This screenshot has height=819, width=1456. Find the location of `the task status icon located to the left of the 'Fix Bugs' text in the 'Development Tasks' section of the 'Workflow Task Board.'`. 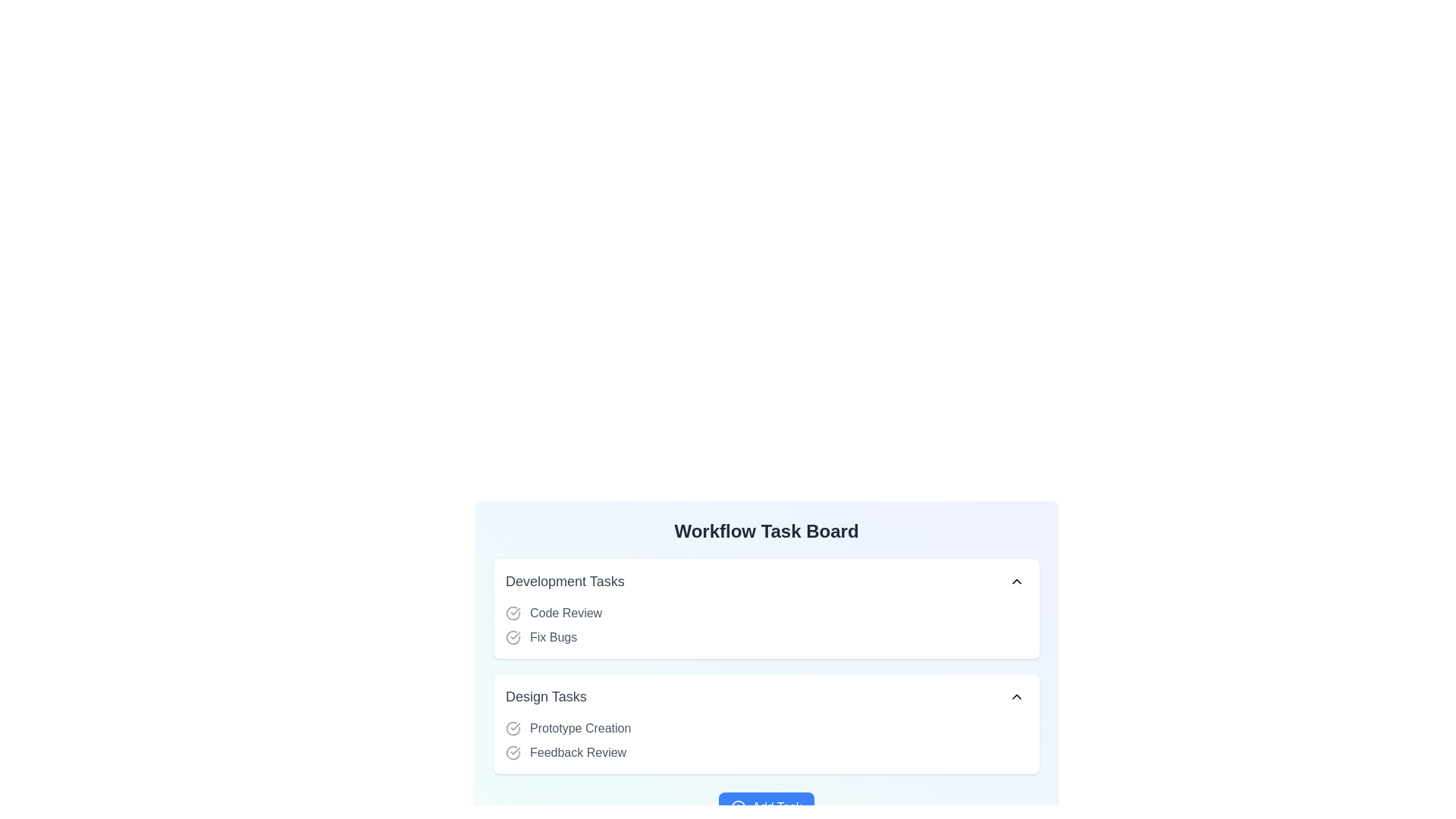

the task status icon located to the left of the 'Fix Bugs' text in the 'Development Tasks' section of the 'Workflow Task Board.' is located at coordinates (513, 637).